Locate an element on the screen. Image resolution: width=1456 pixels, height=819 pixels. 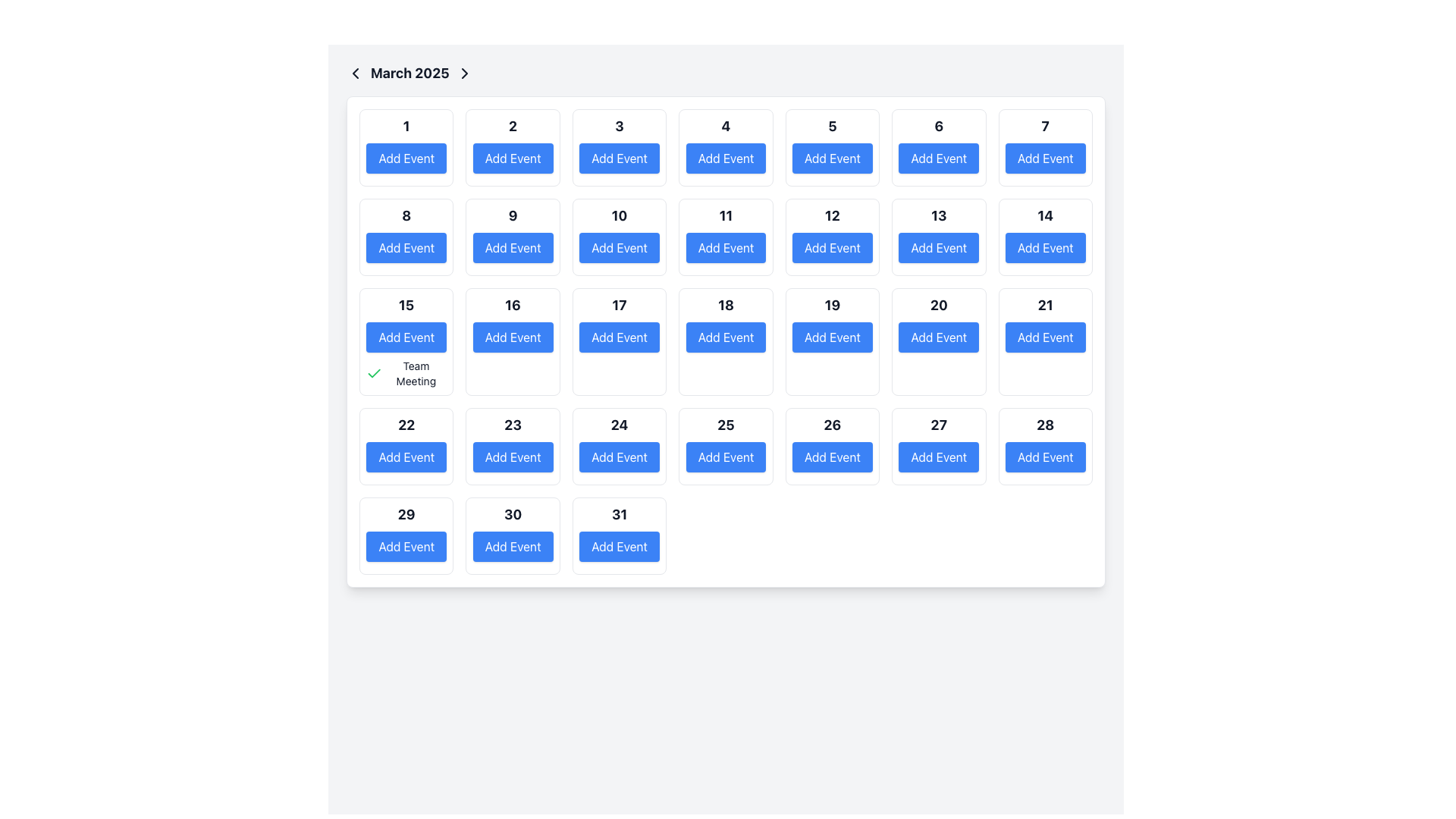
the calendar day cell for the 25th of the month is located at coordinates (725, 446).